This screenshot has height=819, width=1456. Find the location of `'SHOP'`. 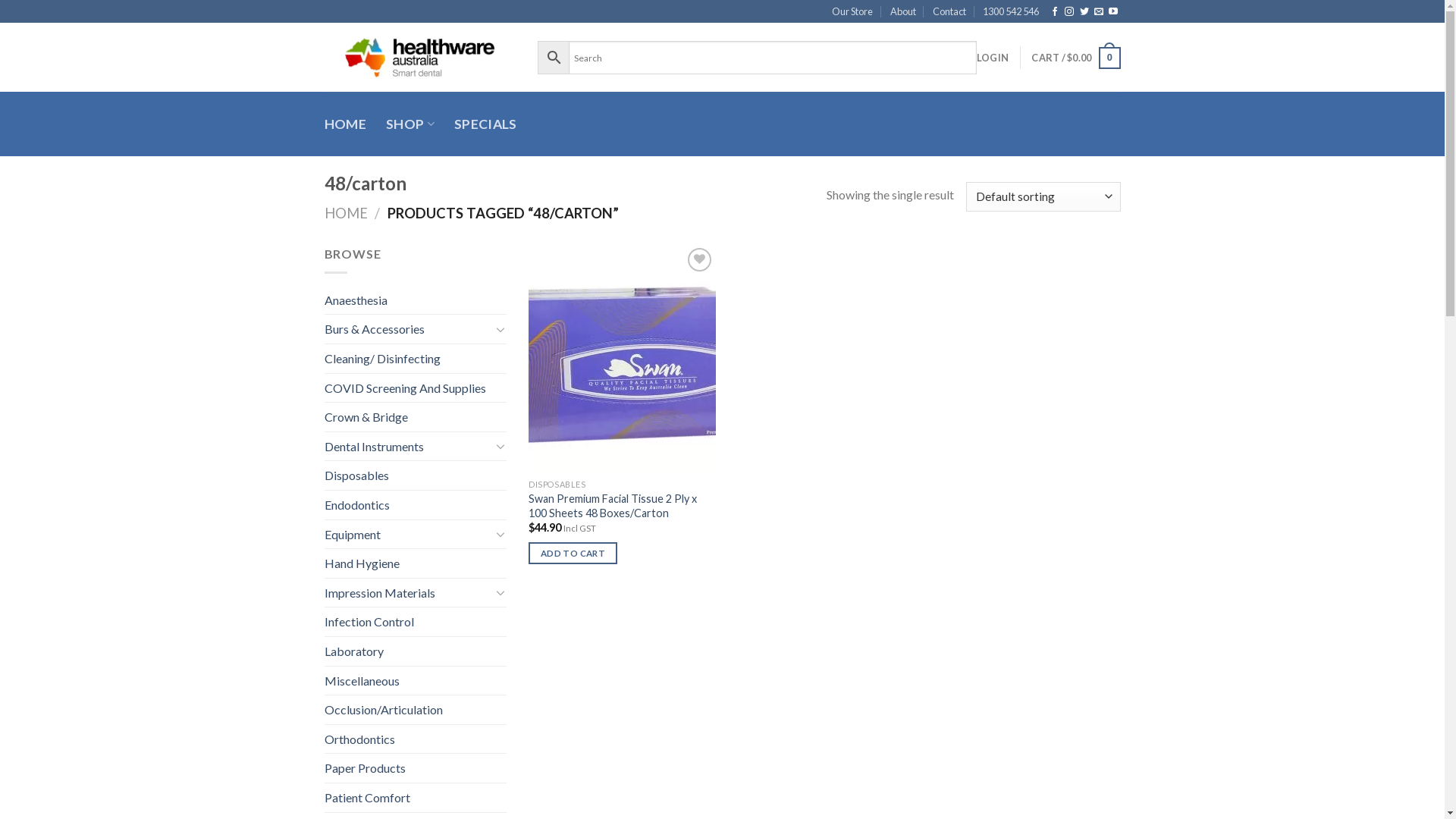

'SHOP' is located at coordinates (410, 123).